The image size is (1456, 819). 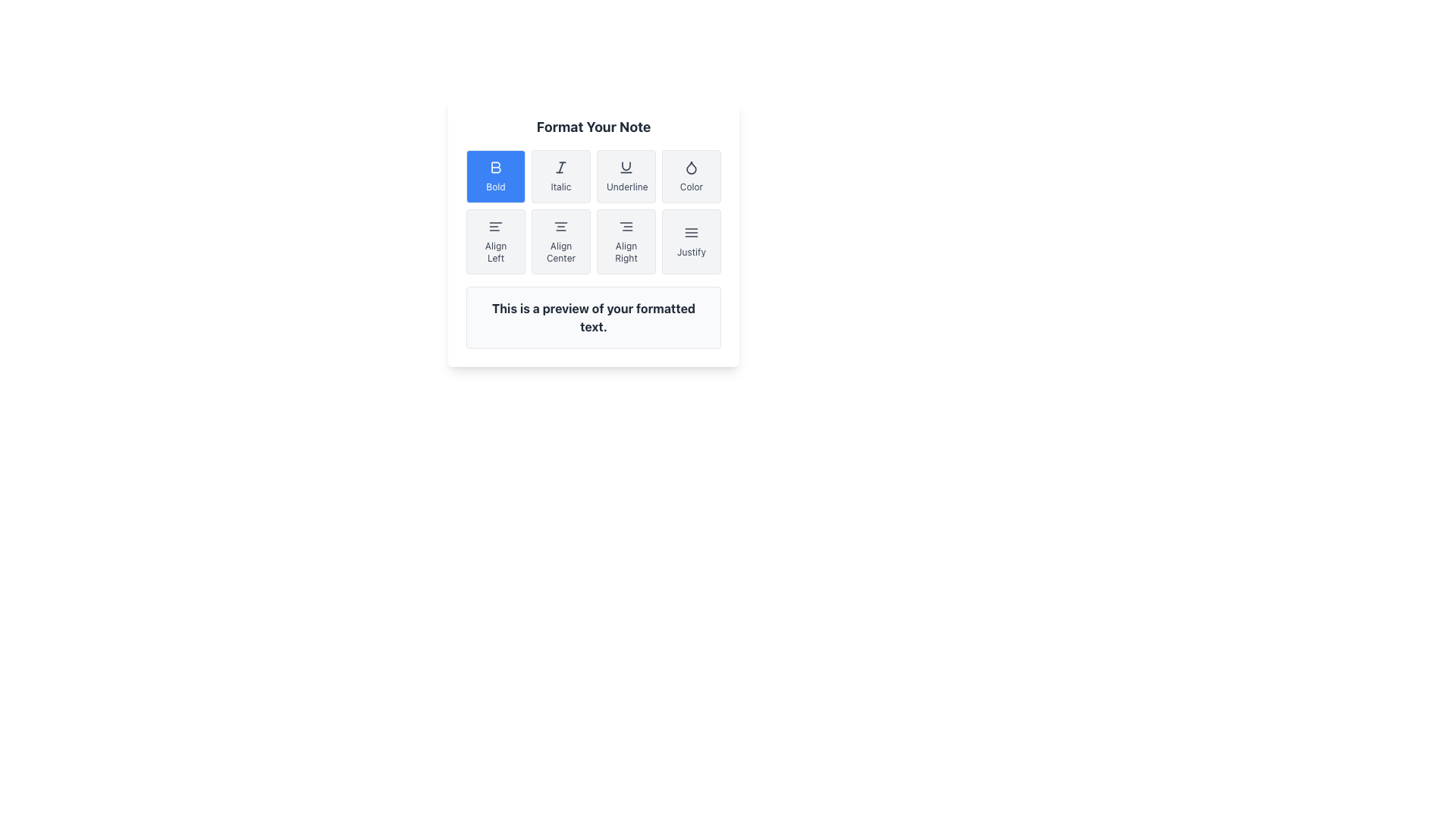 What do you see at coordinates (495, 241) in the screenshot?
I see `the left alignment button located in the third row, first column` at bounding box center [495, 241].